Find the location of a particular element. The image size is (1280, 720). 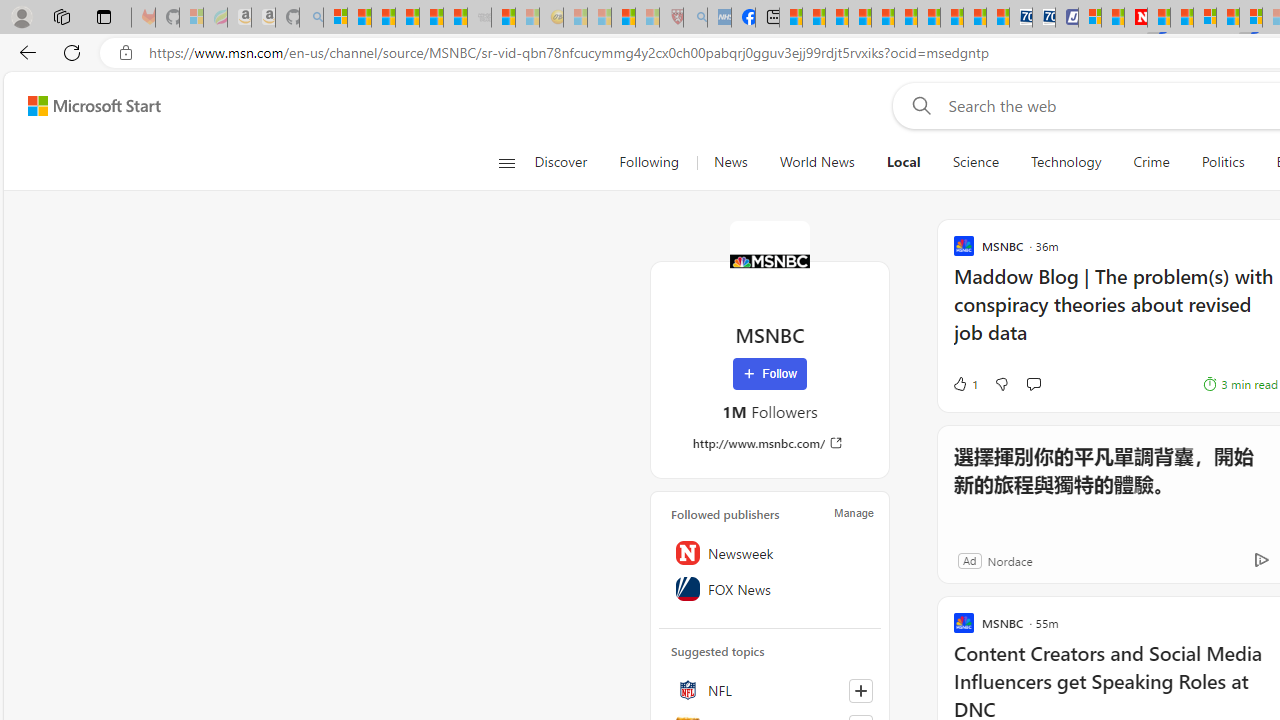

'Latest Politics News & Archive | Newsweek.com' is located at coordinates (1136, 17).